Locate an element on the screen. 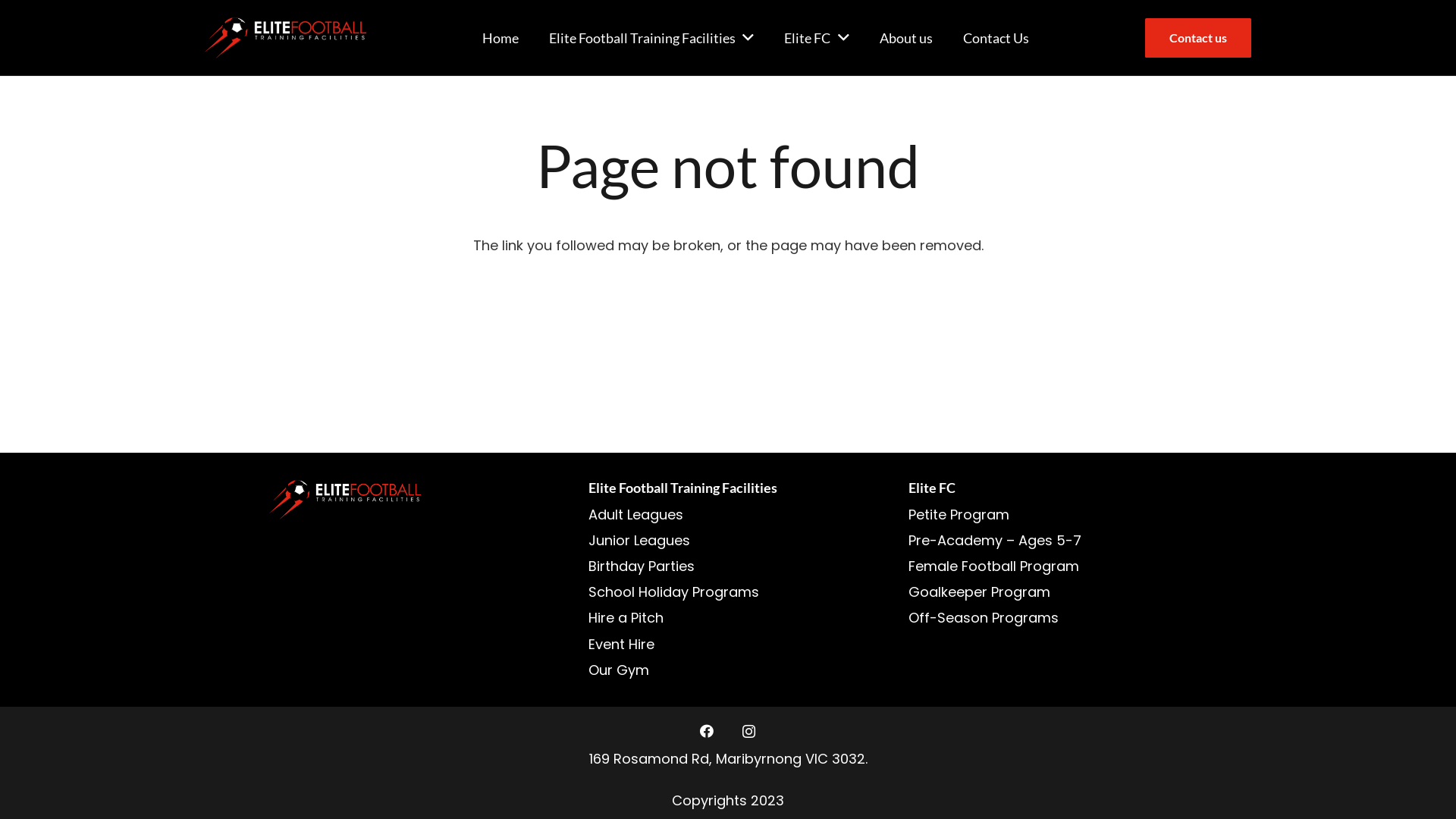 Image resolution: width=1456 pixels, height=819 pixels. 'Instagram' is located at coordinates (748, 730).